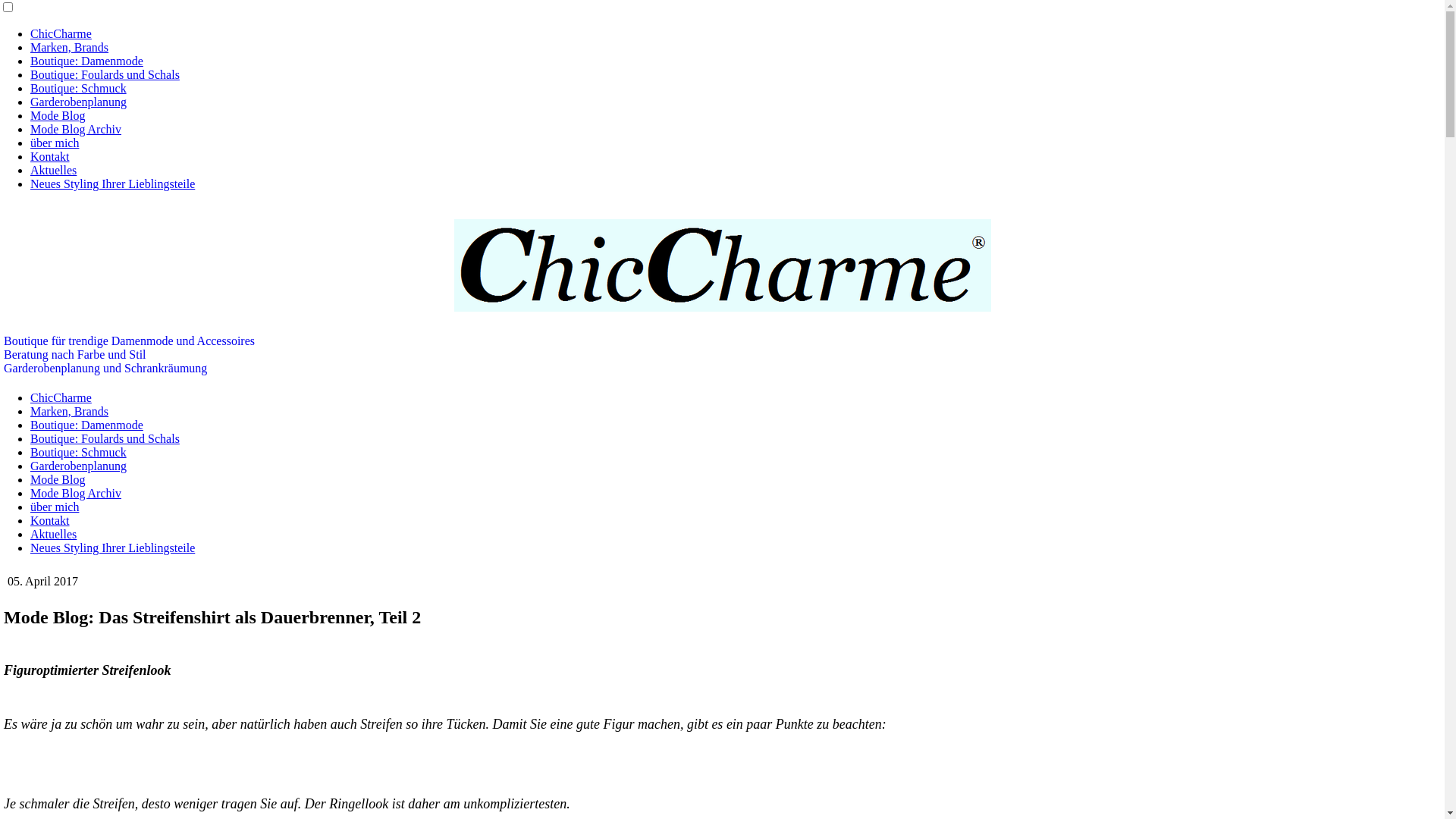 The height and width of the screenshot is (819, 1456). I want to click on 'ChicCharme', so click(61, 397).